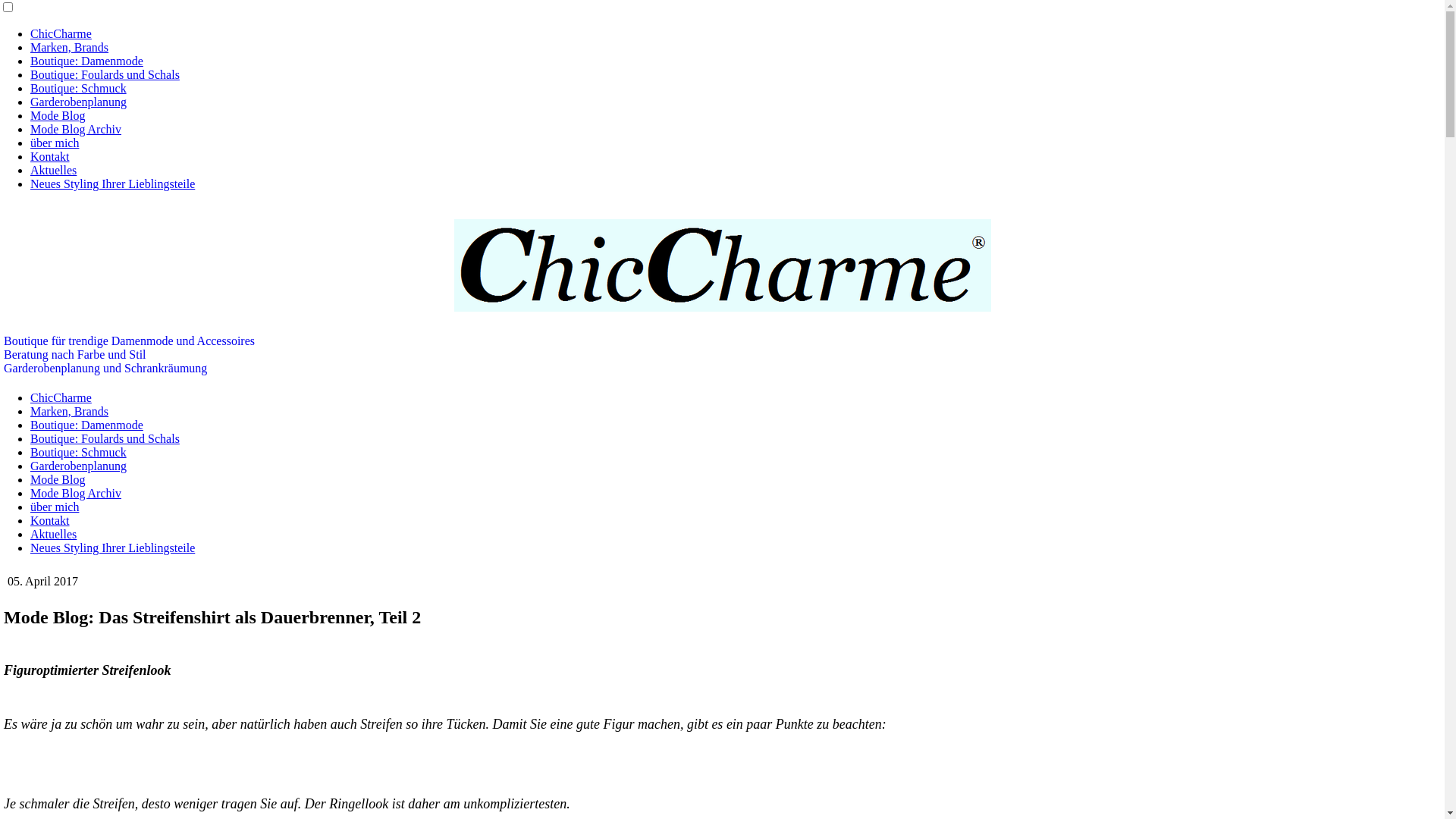 The height and width of the screenshot is (819, 1456). I want to click on 'ChicCharme', so click(61, 397).